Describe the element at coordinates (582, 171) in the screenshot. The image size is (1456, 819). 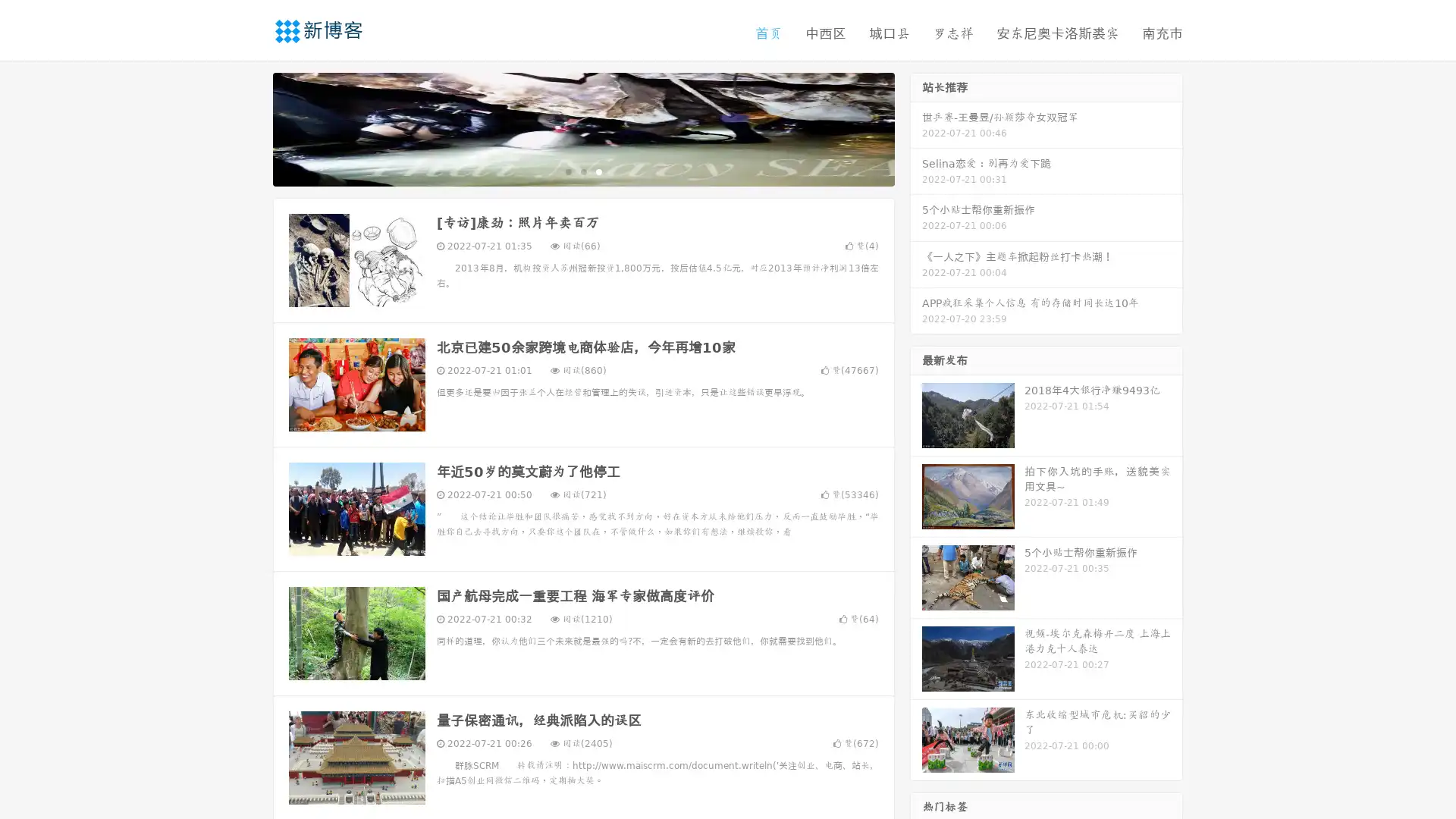
I see `Go to slide 2` at that location.